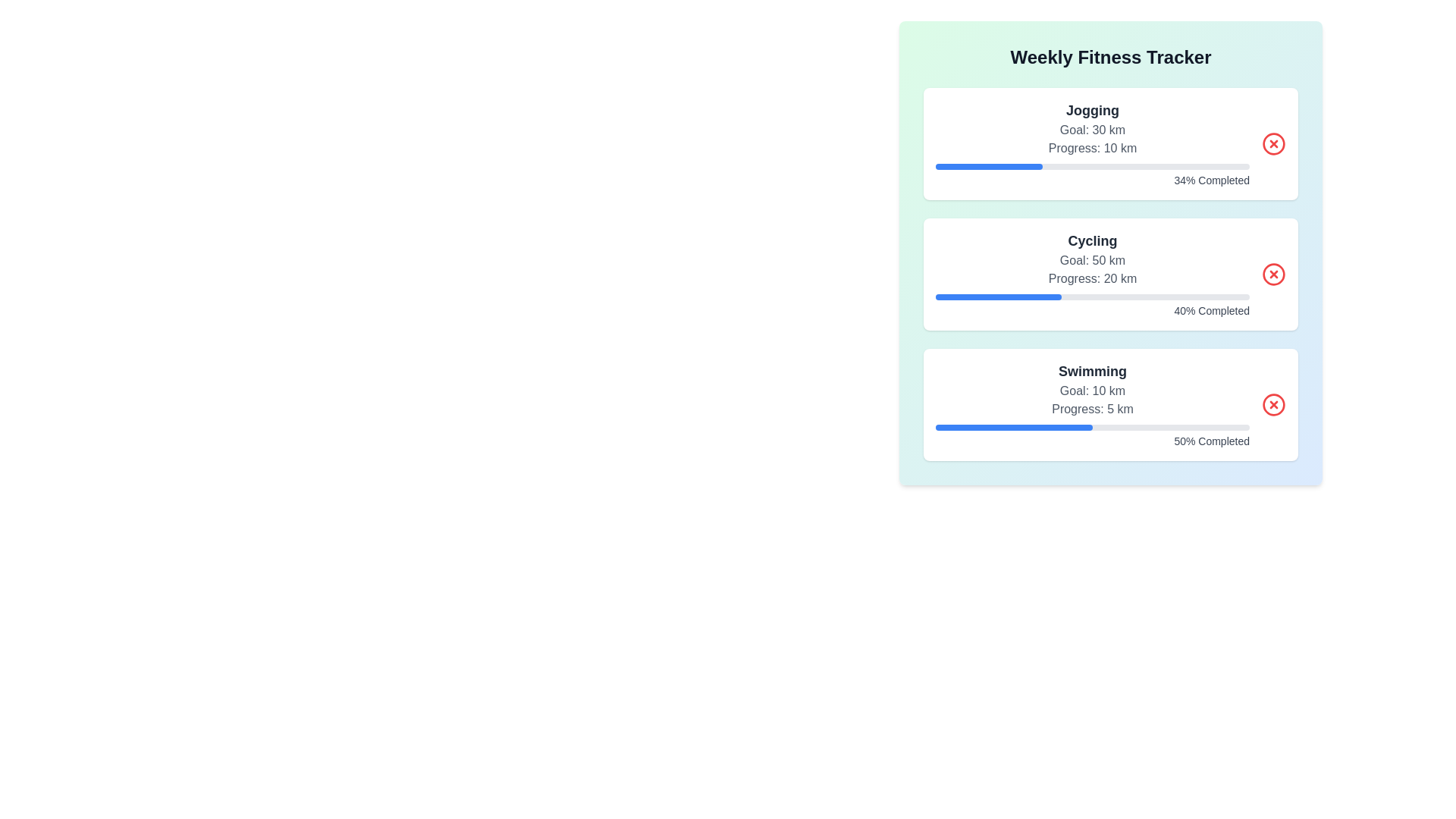 The image size is (1456, 819). What do you see at coordinates (1092, 166) in the screenshot?
I see `the progress bar in the 'Jogging' section of the 'Weekly Fitness Tracker' interface, which is styled as a rounded rectangular track with a light gray background and a blue filled portion representing progress` at bounding box center [1092, 166].